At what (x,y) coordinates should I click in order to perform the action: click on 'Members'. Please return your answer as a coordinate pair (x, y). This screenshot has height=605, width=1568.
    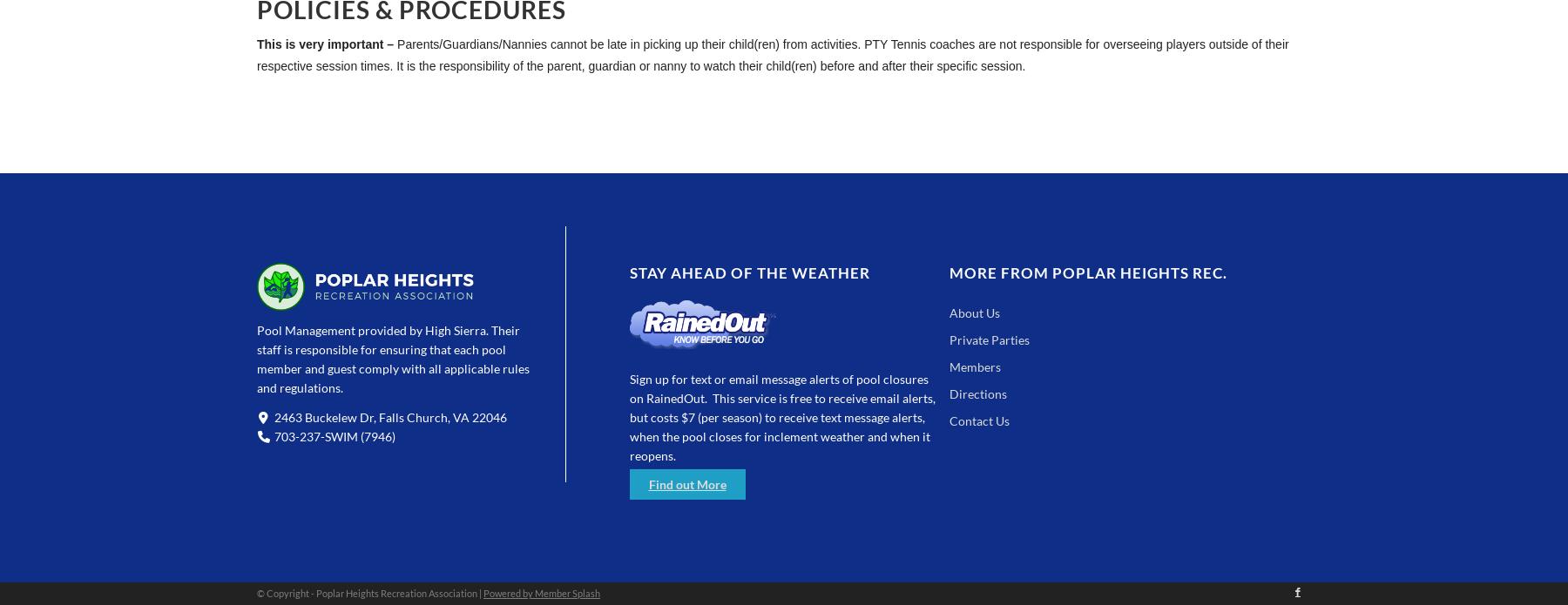
    Looking at the image, I should click on (949, 366).